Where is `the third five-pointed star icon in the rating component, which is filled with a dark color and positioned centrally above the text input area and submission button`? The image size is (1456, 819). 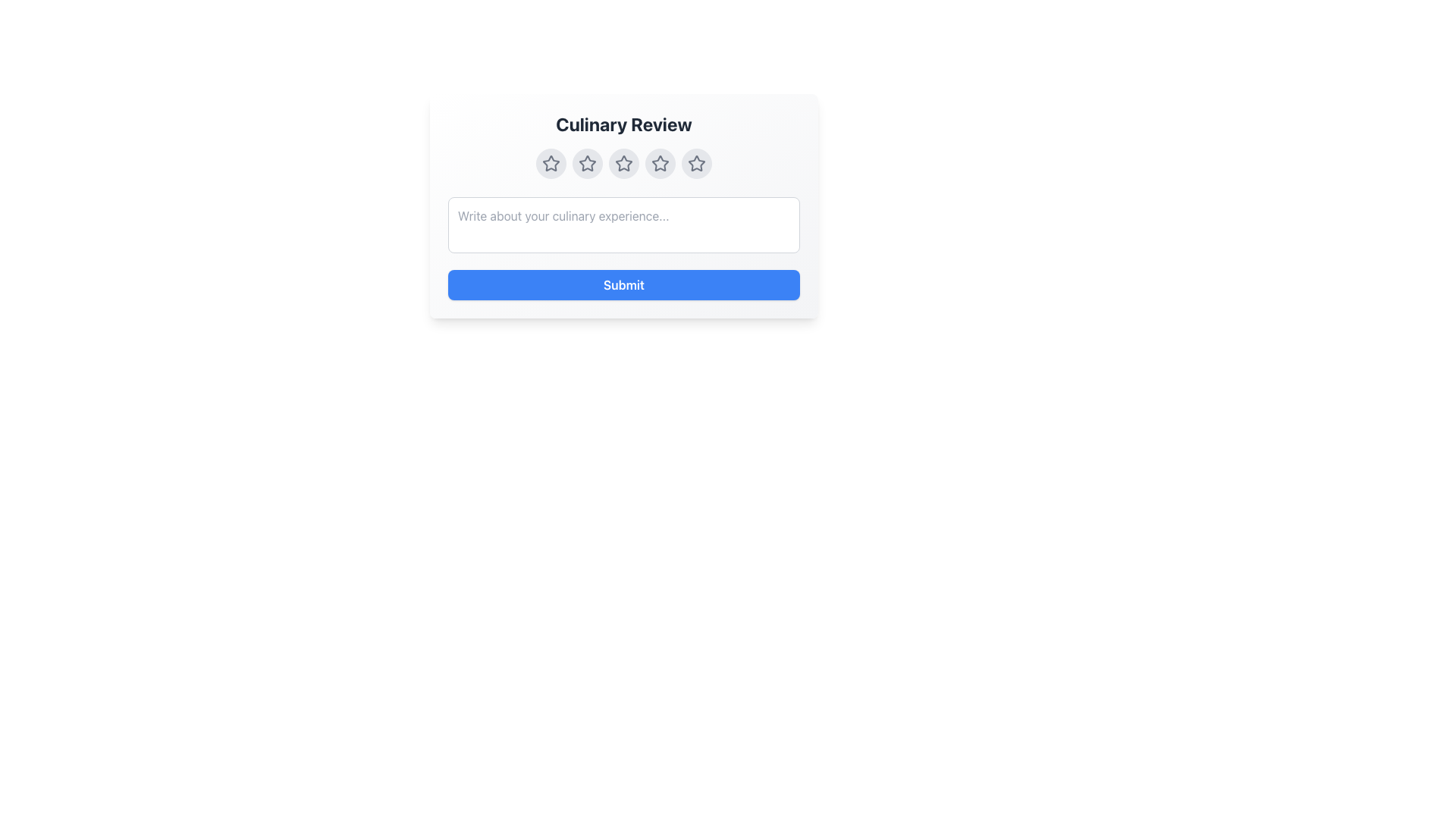
the third five-pointed star icon in the rating component, which is filled with a dark color and positioned centrally above the text input area and submission button is located at coordinates (623, 163).